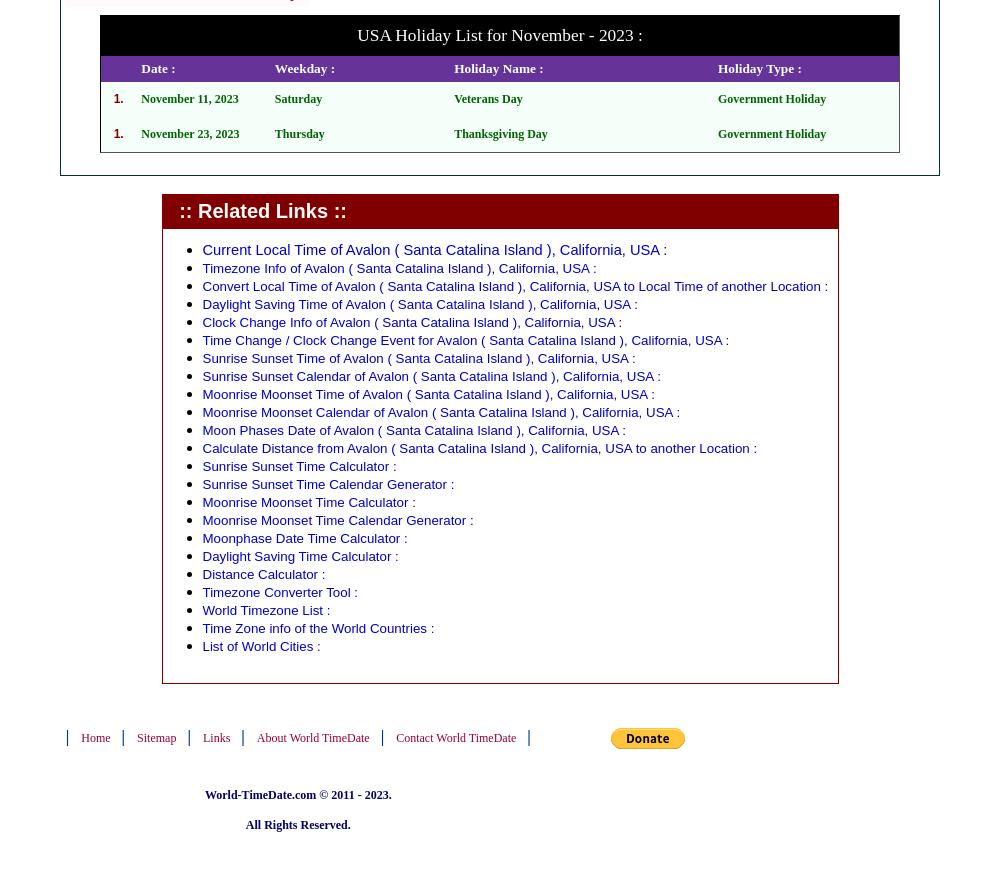 This screenshot has height=886, width=1000. What do you see at coordinates (399, 268) in the screenshot?
I see `'Timezone Info of Avalon ( Santa Catalina Island ), California, USA :'` at bounding box center [399, 268].